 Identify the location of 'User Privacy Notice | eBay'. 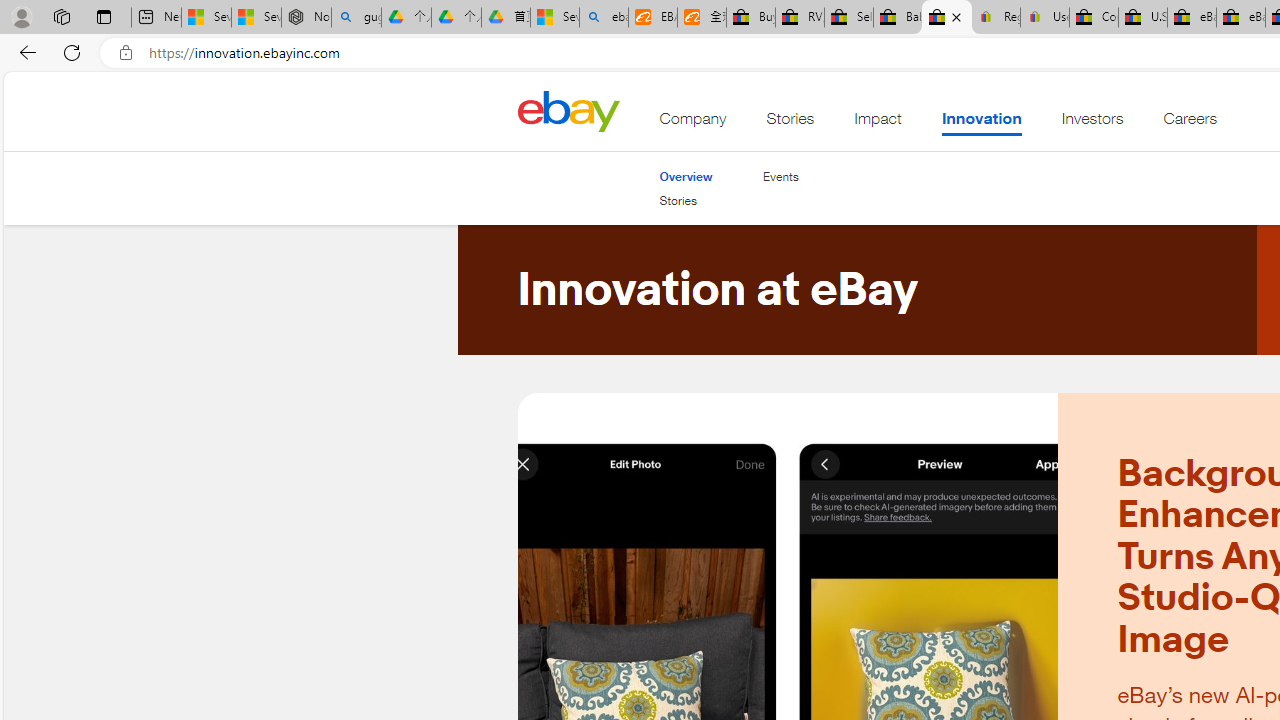
(1044, 17).